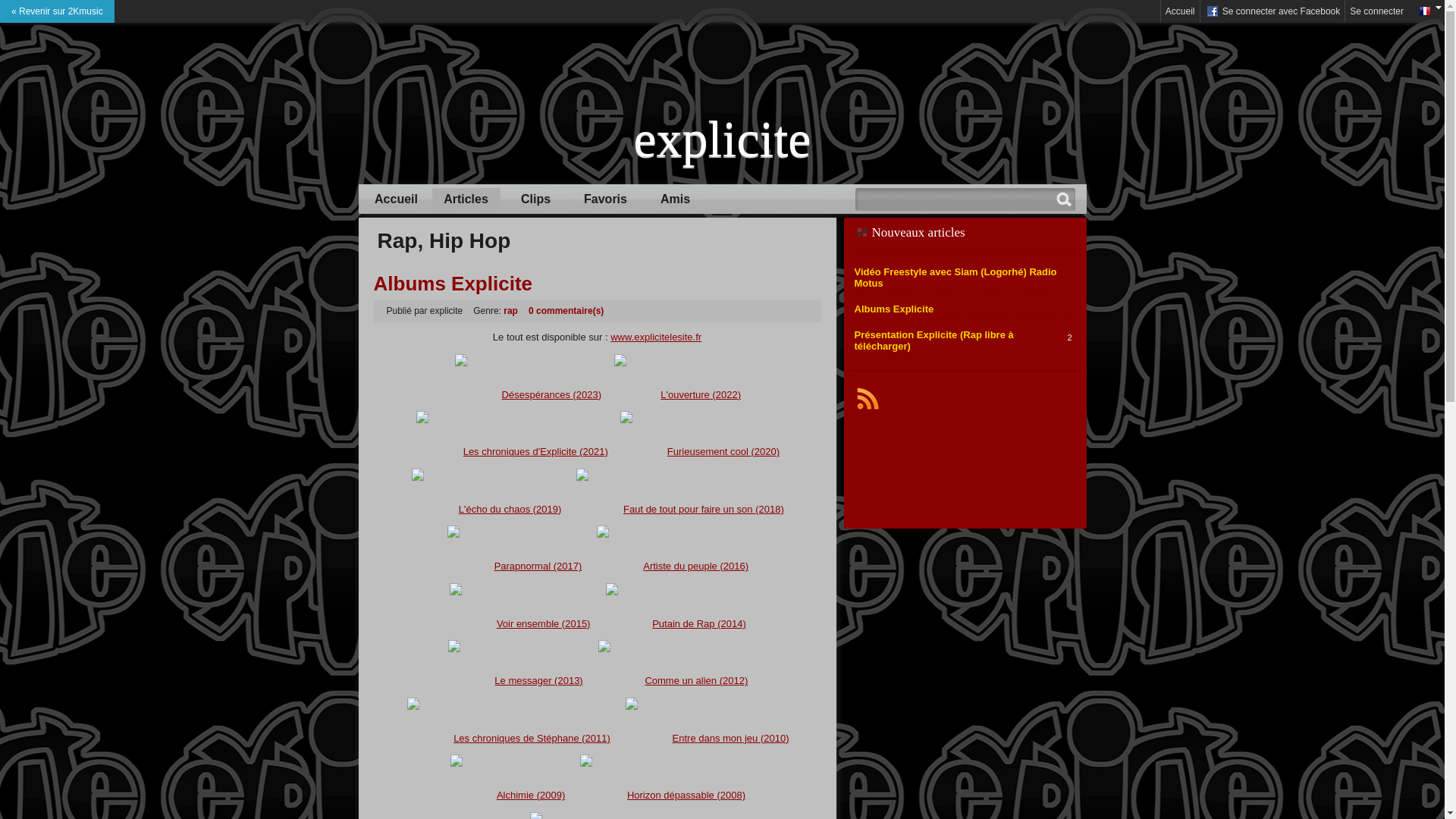 This screenshot has width=1456, height=819. I want to click on 'www.explicitelesite.fr', so click(655, 336).